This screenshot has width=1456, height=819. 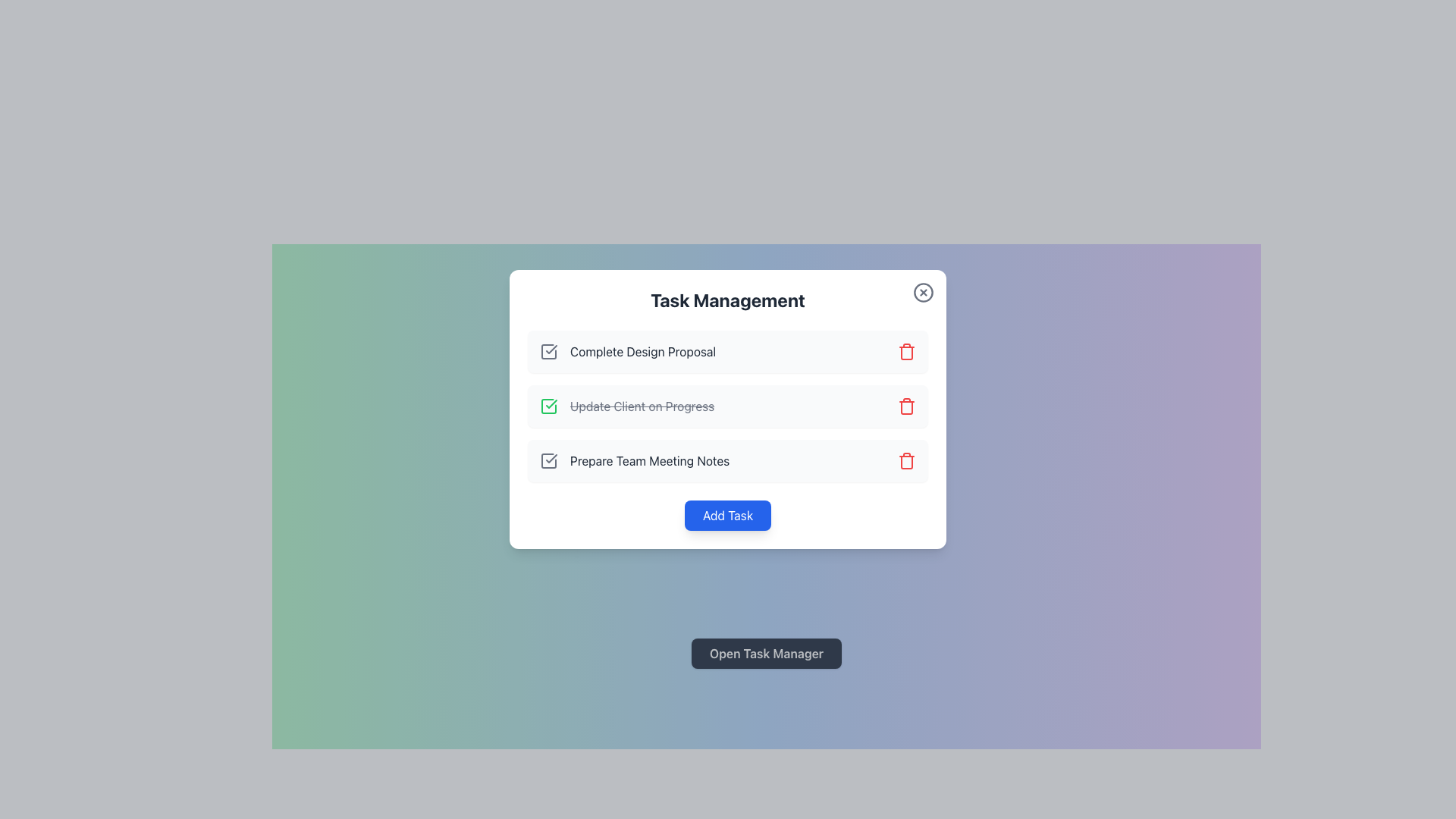 I want to click on the delete button icon located at the right side of the 'Prepare Team Meeting Notes' card, so click(x=906, y=460).